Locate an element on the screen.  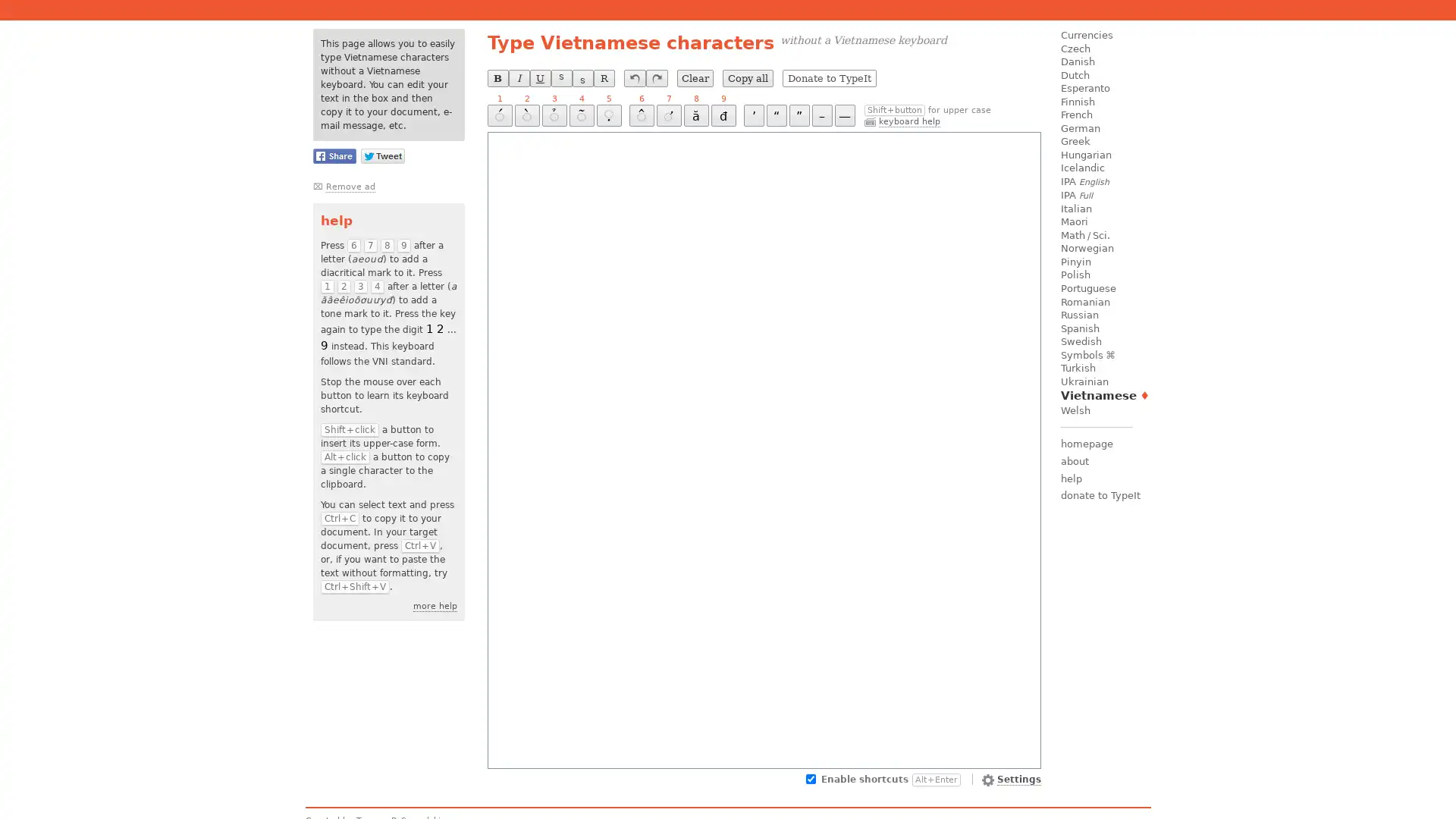
9 is located at coordinates (722, 115).